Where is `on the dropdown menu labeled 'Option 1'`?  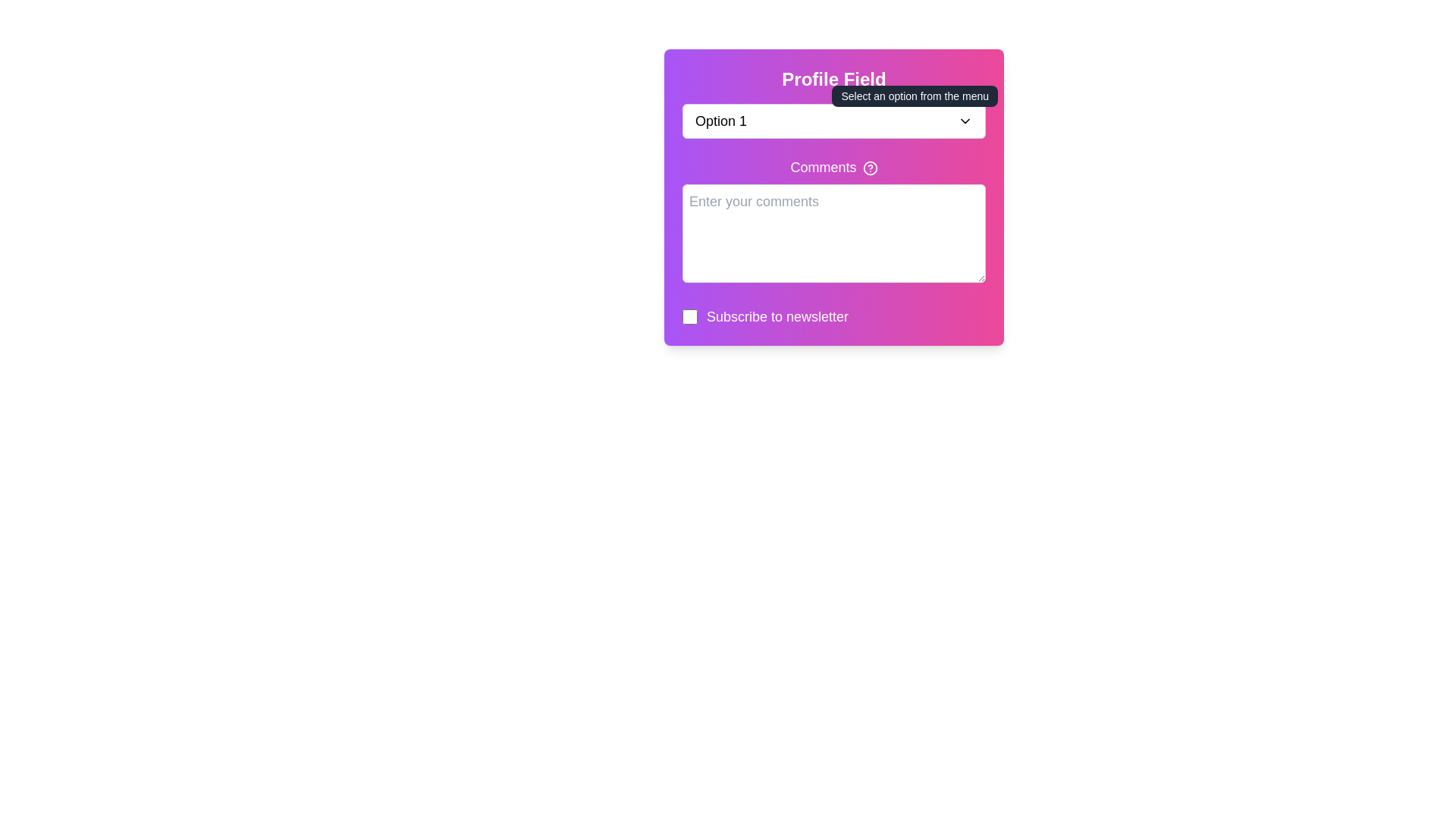 on the dropdown menu labeled 'Option 1' is located at coordinates (833, 120).